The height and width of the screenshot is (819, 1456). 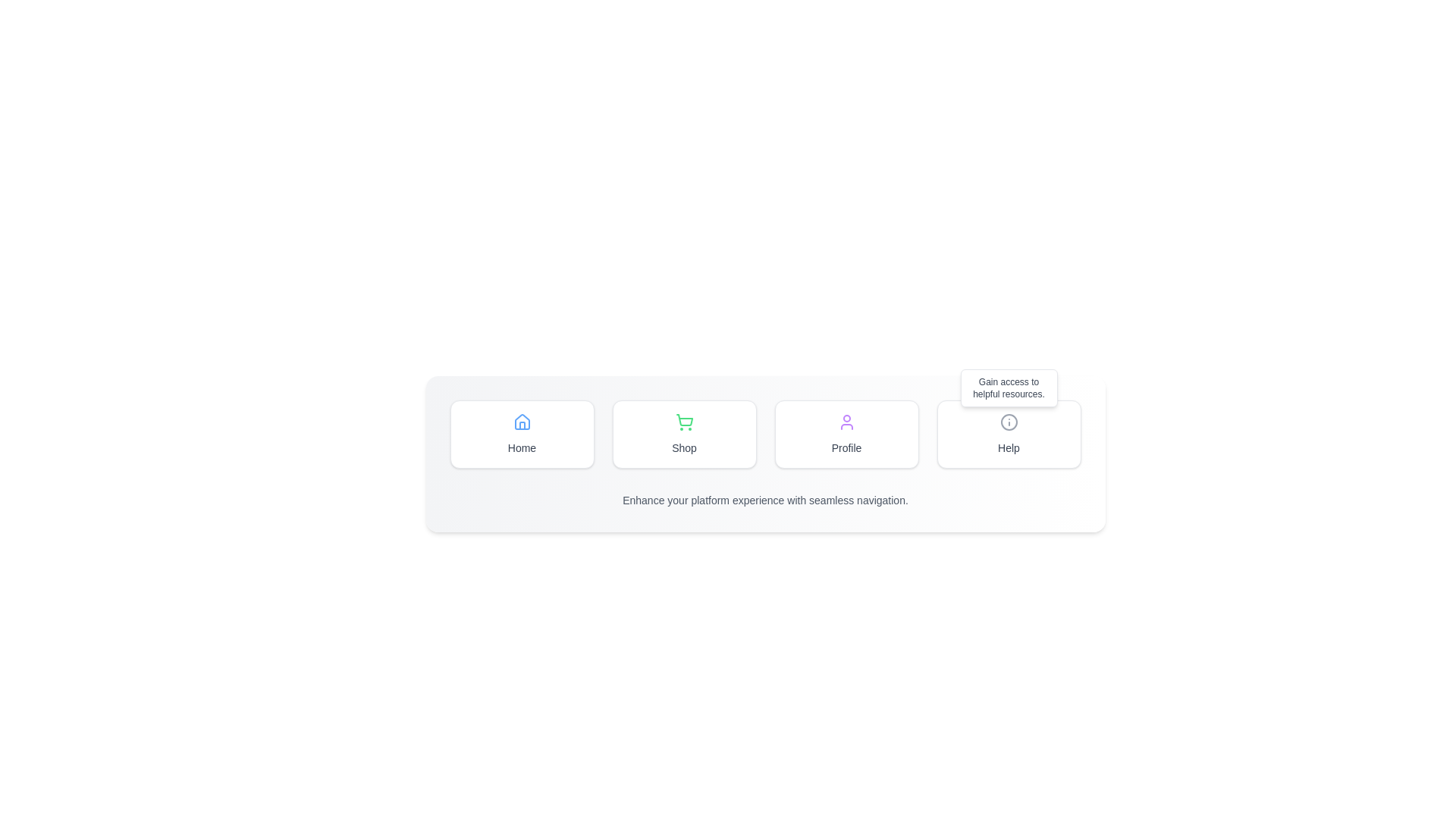 I want to click on the 'Home' icon, which is a blue outlined house structure located at the top-center of its button-like segment, so click(x=522, y=422).